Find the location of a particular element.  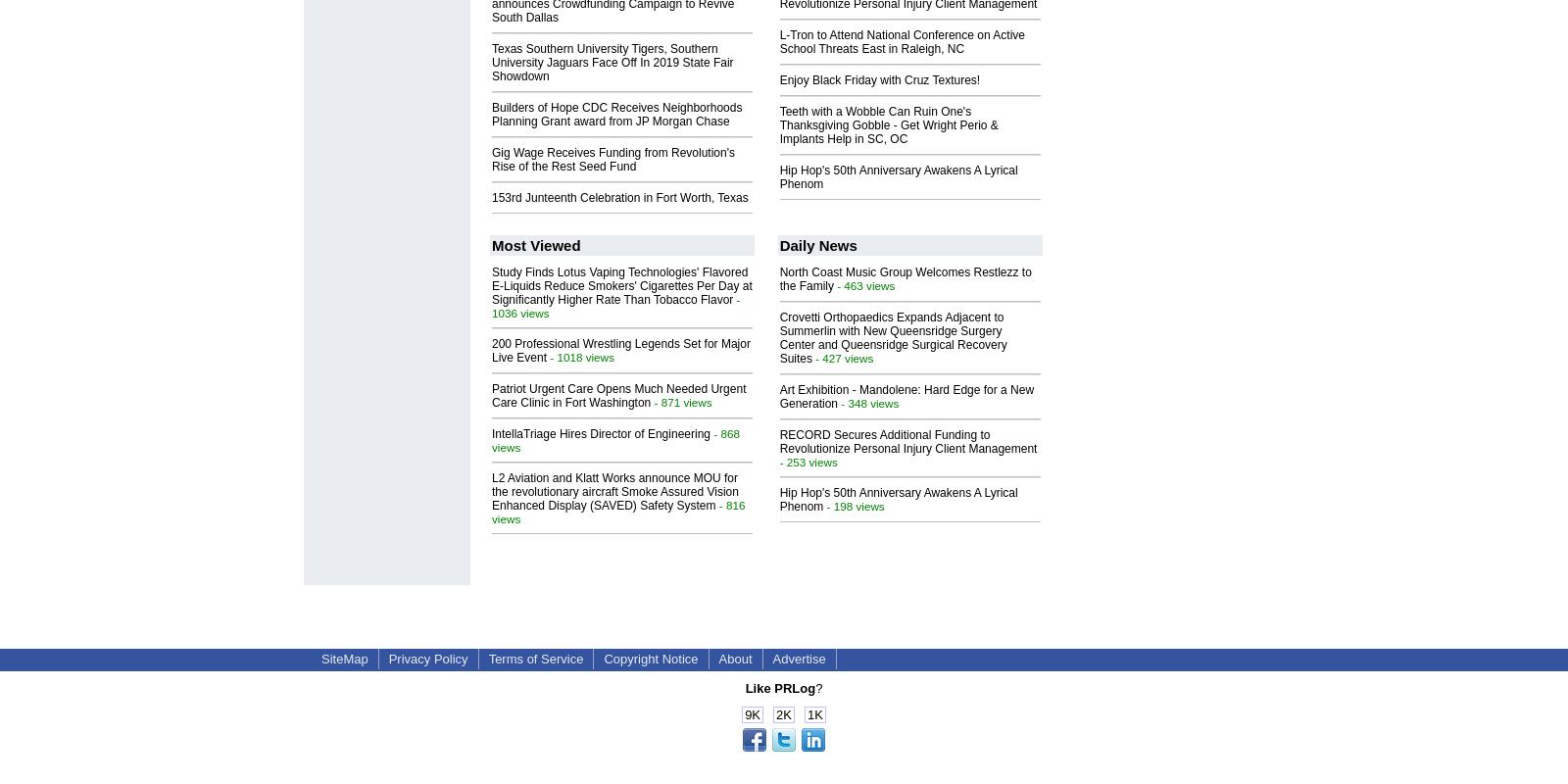

'Crovetti Orthopaedics Expands Adjacent to Summerlin with New Queensridge Surgery Center and Queensridge Surgical Recovery Suites' is located at coordinates (892, 337).